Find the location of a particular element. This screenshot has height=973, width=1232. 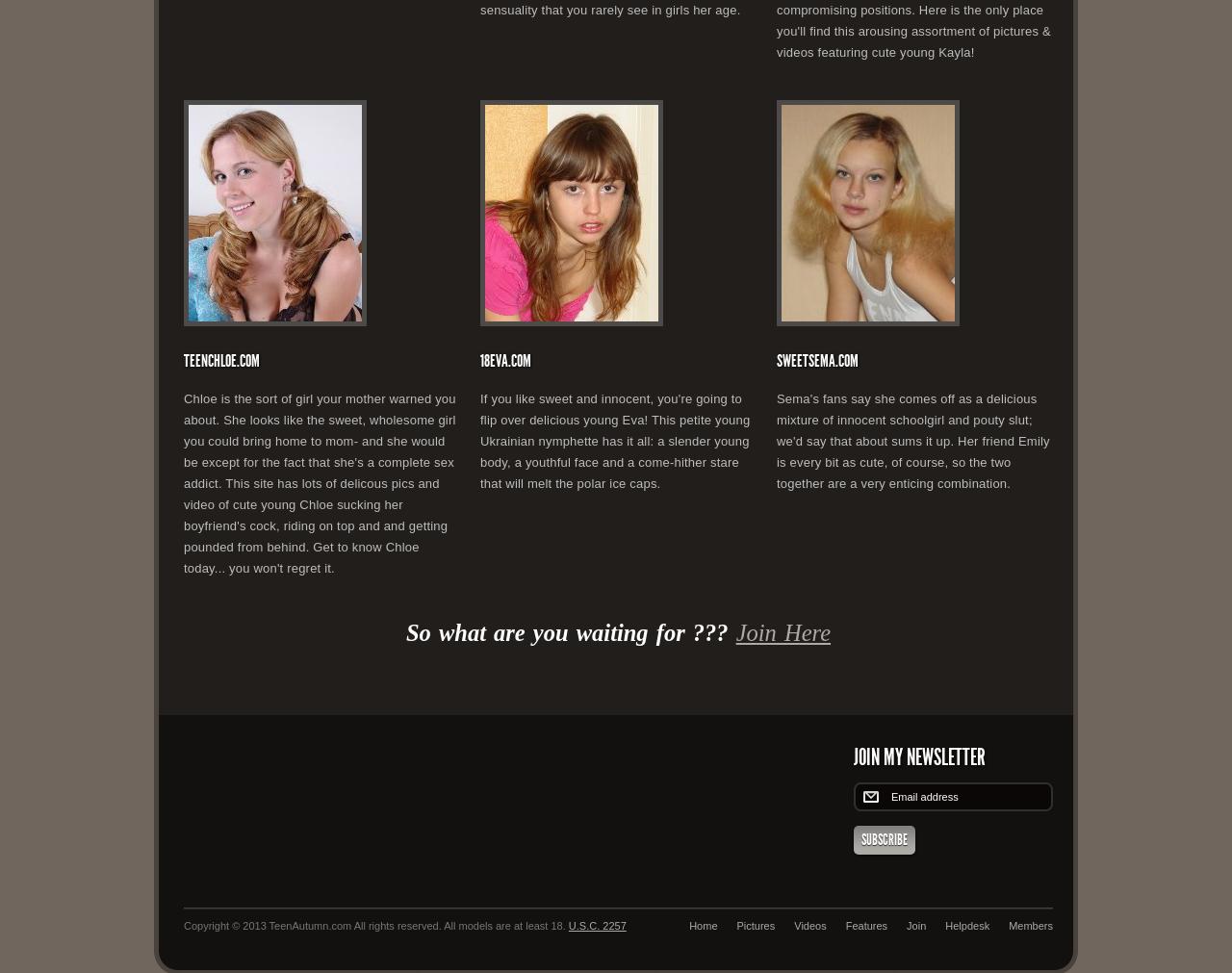

'If you like sweet and innocent, you're going to flip over delicious young Eva! This petite young Ukrainian nymphette has it all: a slender young body, a youthful face and a come-hither stare that will melt the polar ice caps.' is located at coordinates (613, 440).